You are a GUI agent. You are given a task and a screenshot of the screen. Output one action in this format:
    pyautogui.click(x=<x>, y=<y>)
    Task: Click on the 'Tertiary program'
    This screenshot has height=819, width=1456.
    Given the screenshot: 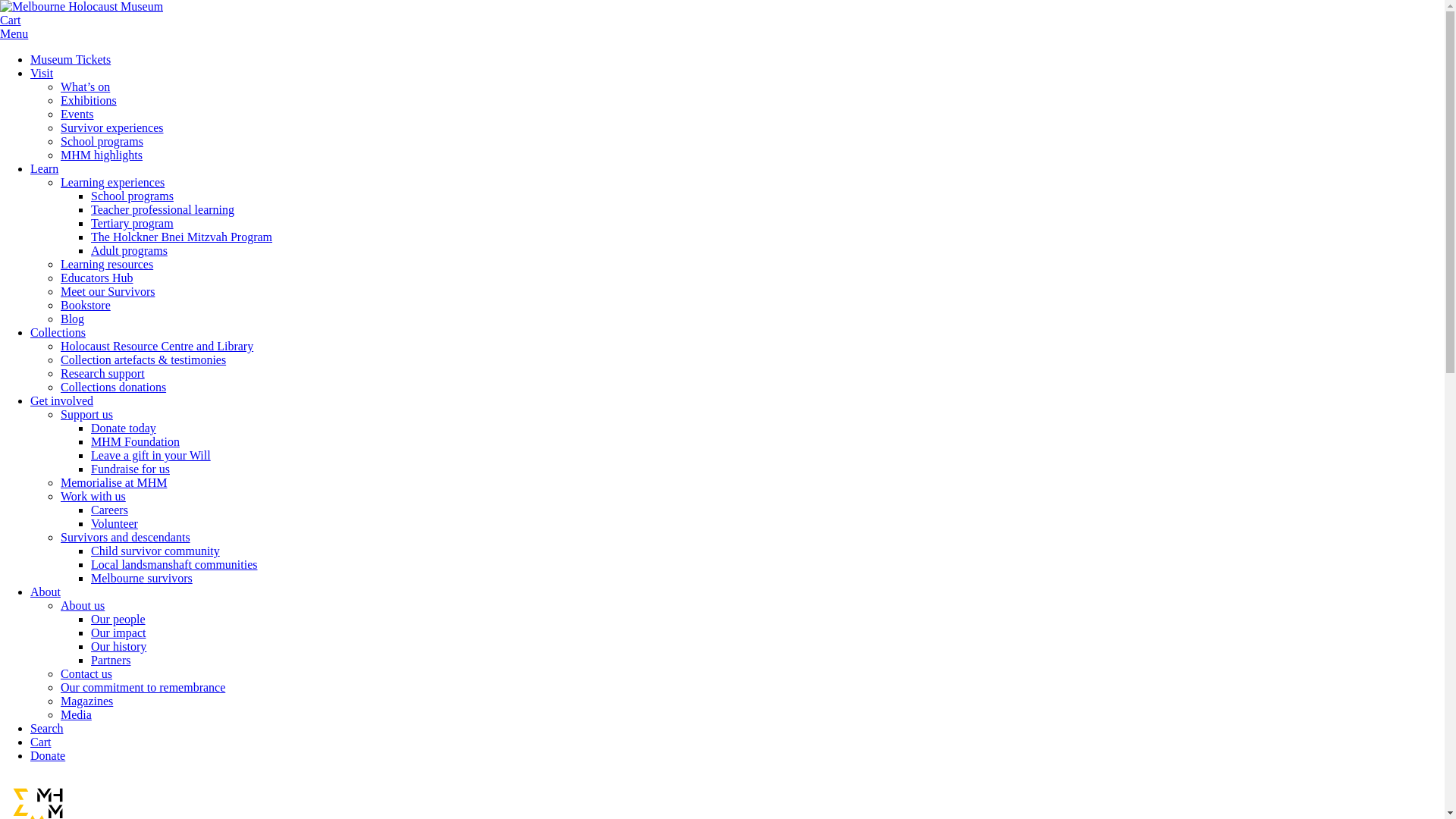 What is the action you would take?
    pyautogui.click(x=132, y=223)
    